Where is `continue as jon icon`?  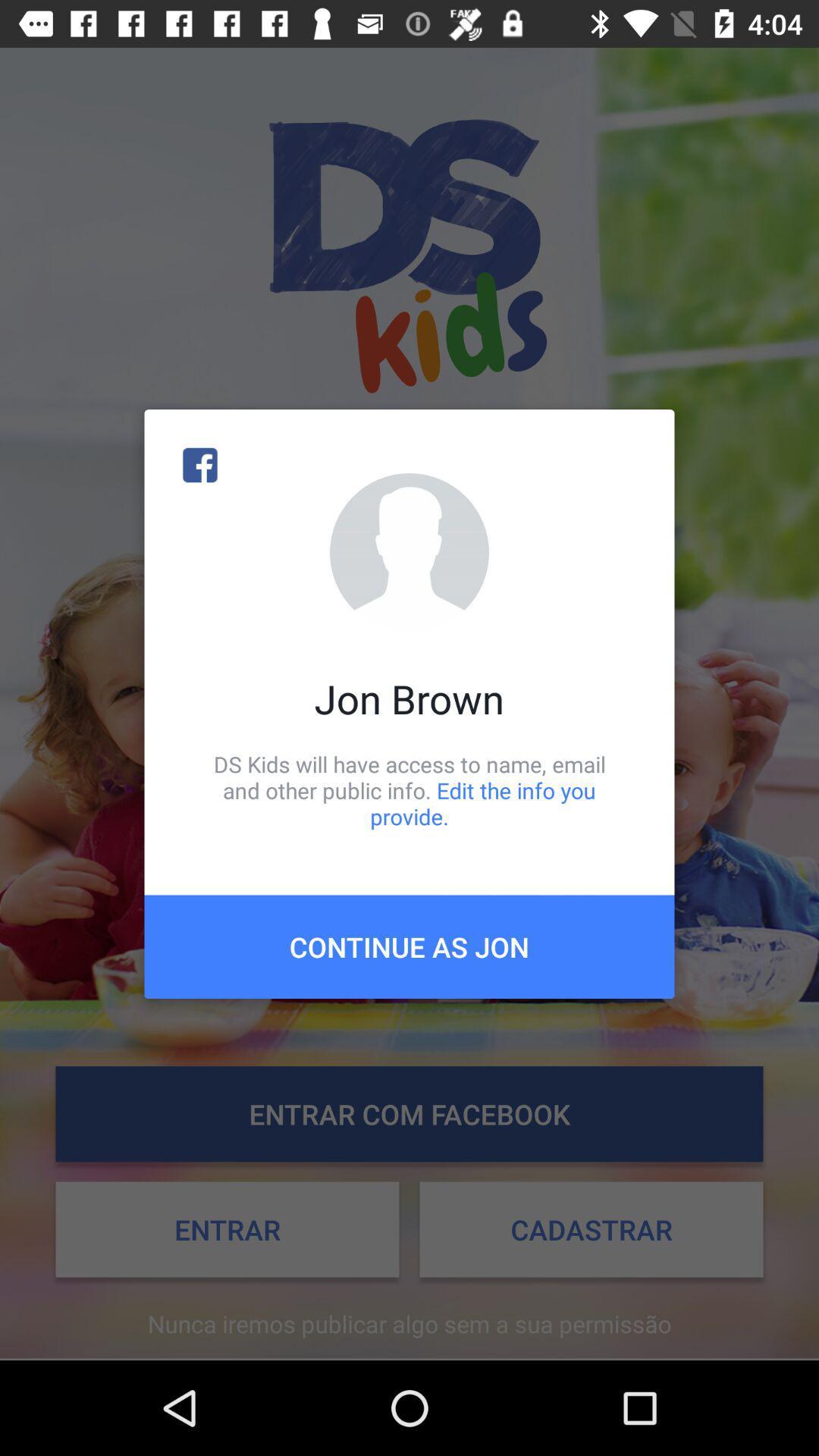 continue as jon icon is located at coordinates (409, 946).